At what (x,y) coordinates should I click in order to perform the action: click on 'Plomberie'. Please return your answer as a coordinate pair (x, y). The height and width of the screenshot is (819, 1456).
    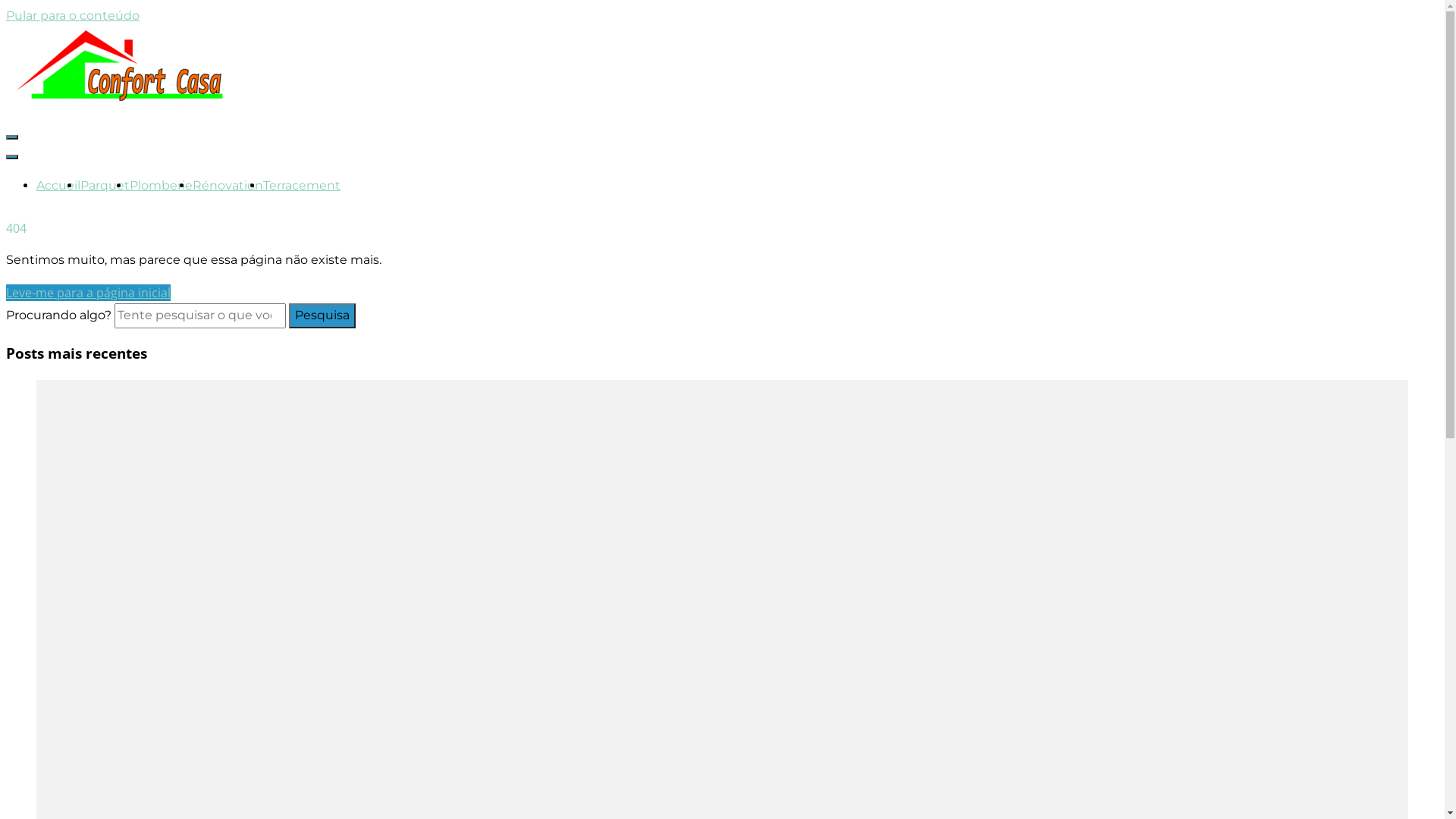
    Looking at the image, I should click on (161, 184).